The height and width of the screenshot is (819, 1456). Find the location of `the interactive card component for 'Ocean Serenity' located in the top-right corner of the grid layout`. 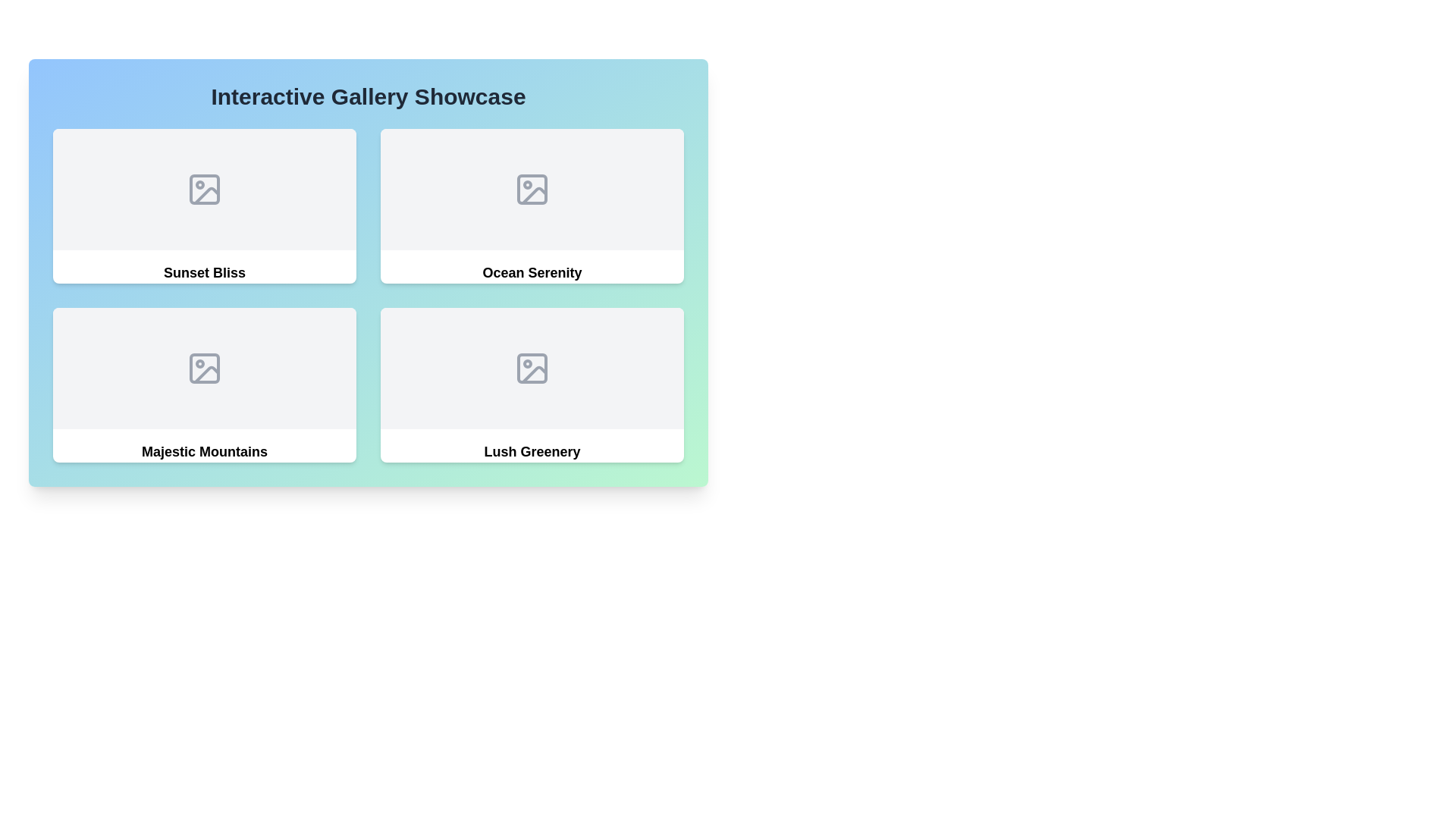

the interactive card component for 'Ocean Serenity' located in the top-right corner of the grid layout is located at coordinates (532, 206).